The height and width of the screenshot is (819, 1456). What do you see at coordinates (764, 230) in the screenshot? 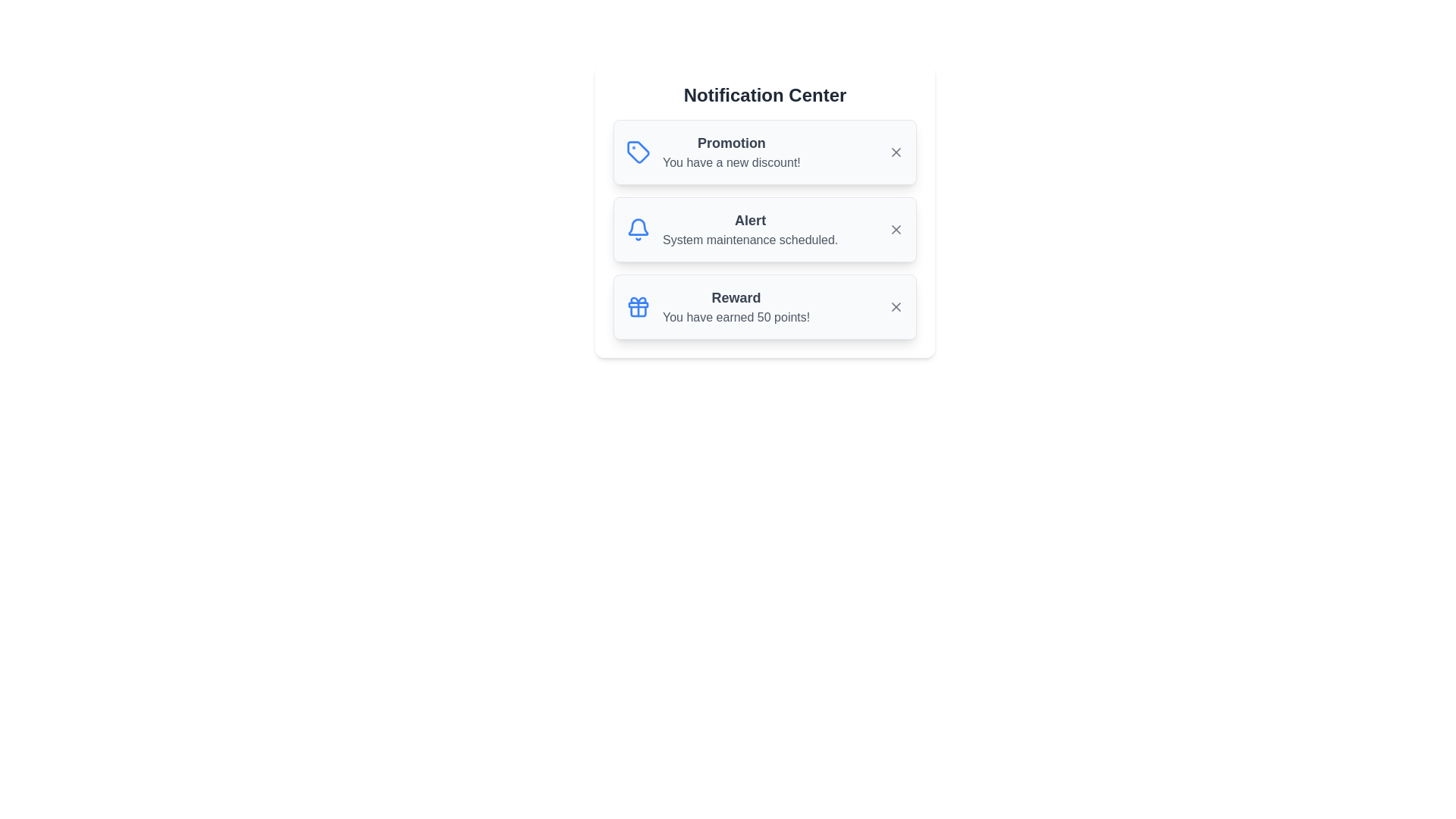
I see `notification titled 'Alert' in the notification card that contains the message 'System maintenance scheduled.'` at bounding box center [764, 230].